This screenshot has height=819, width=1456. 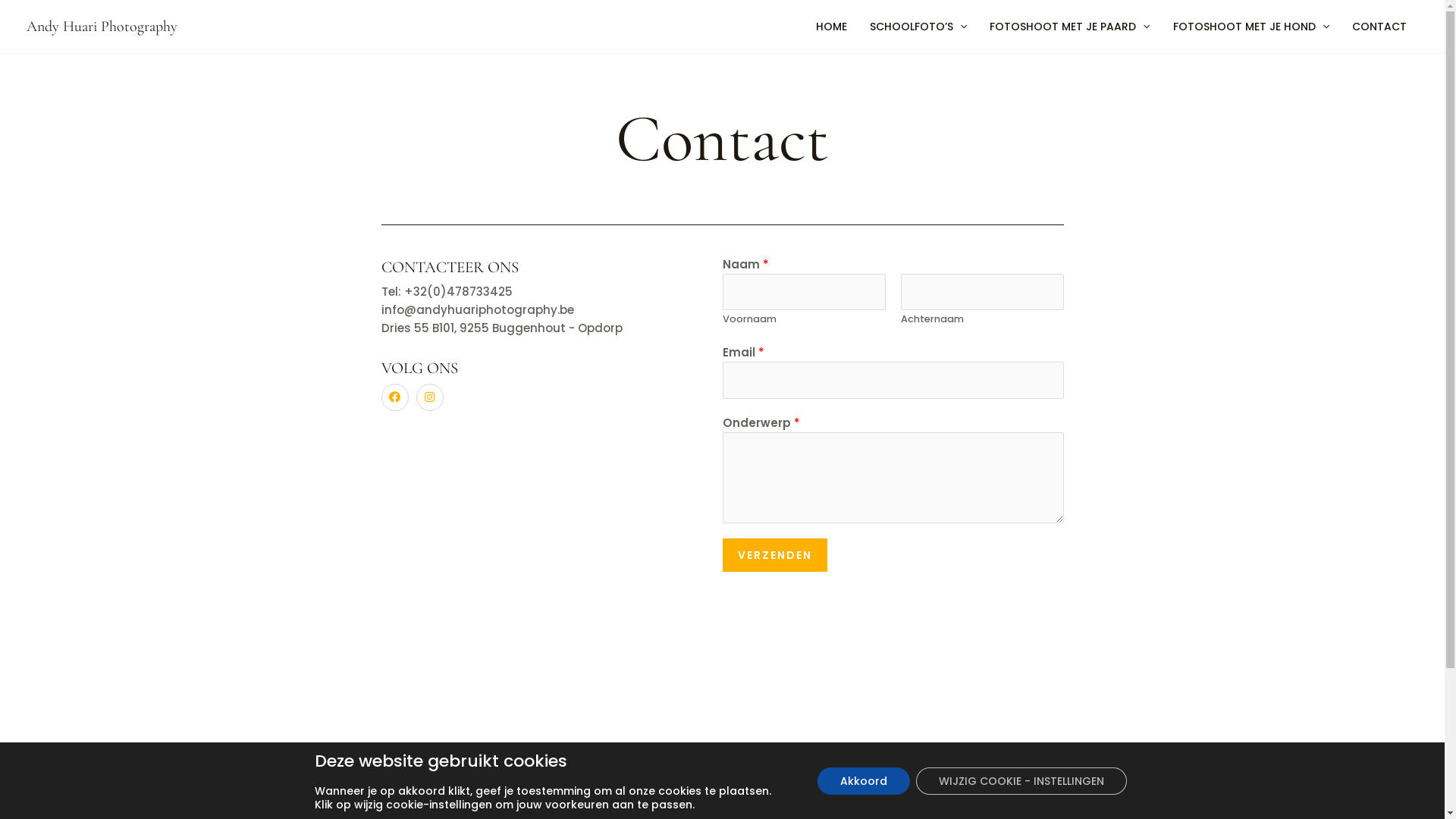 What do you see at coordinates (428, 397) in the screenshot?
I see `'Instagram'` at bounding box center [428, 397].